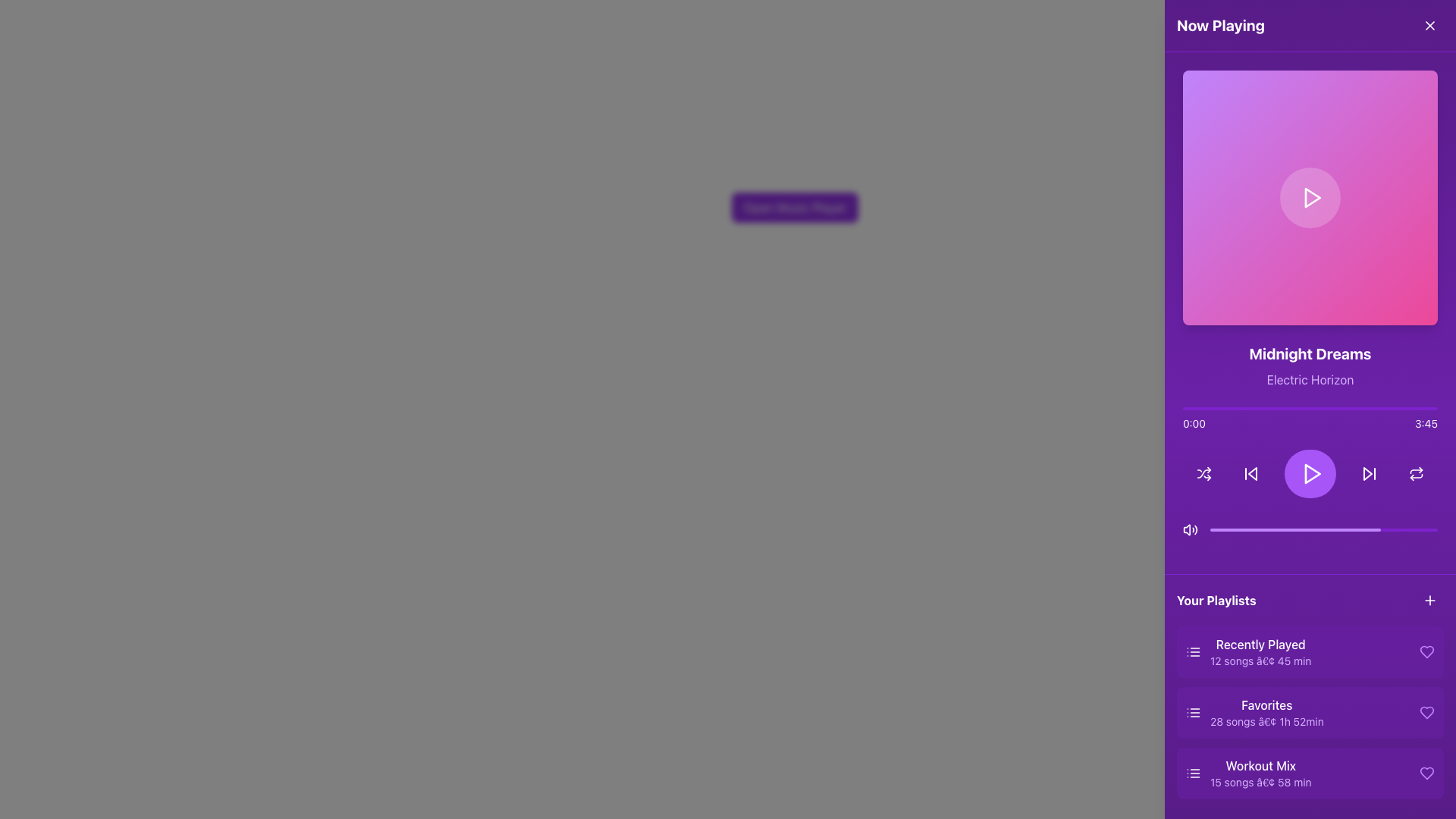 The image size is (1456, 819). Describe the element at coordinates (1415, 472) in the screenshot. I see `the circular repeat action button with a double-arrow icon, located at the bottom-right of the music player interface` at that location.